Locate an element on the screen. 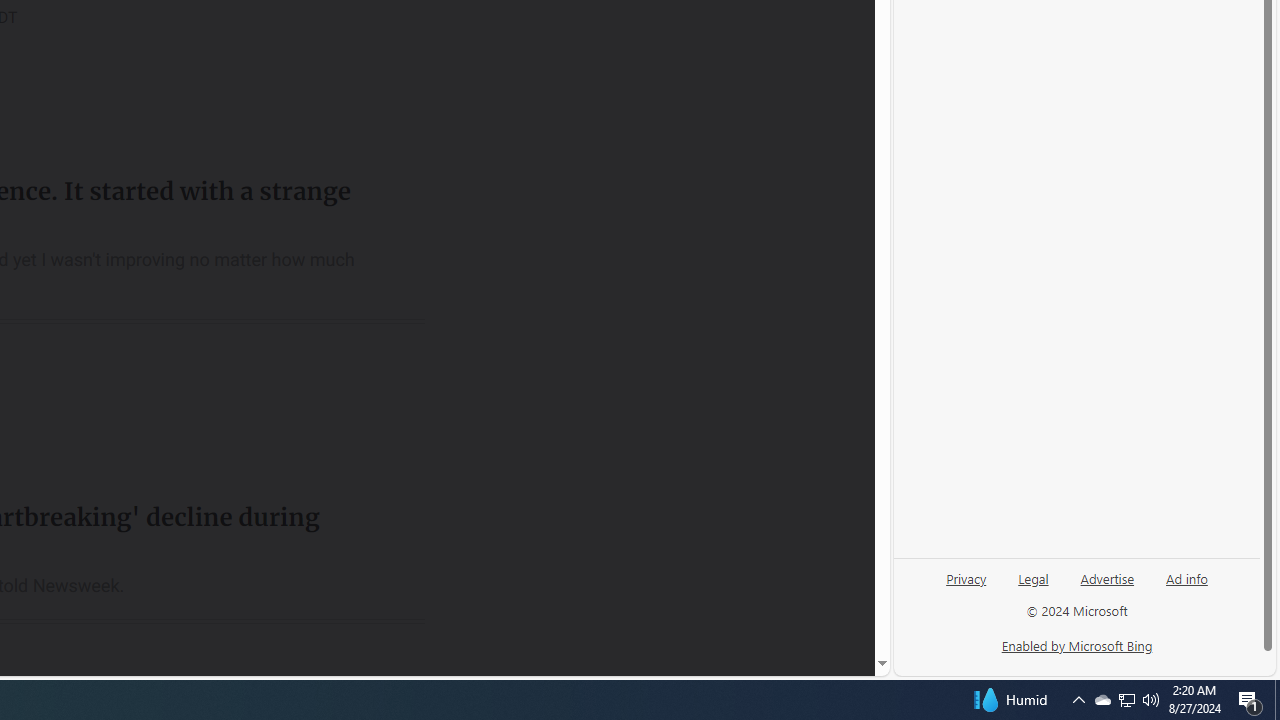  'Ad info' is located at coordinates (1187, 577).